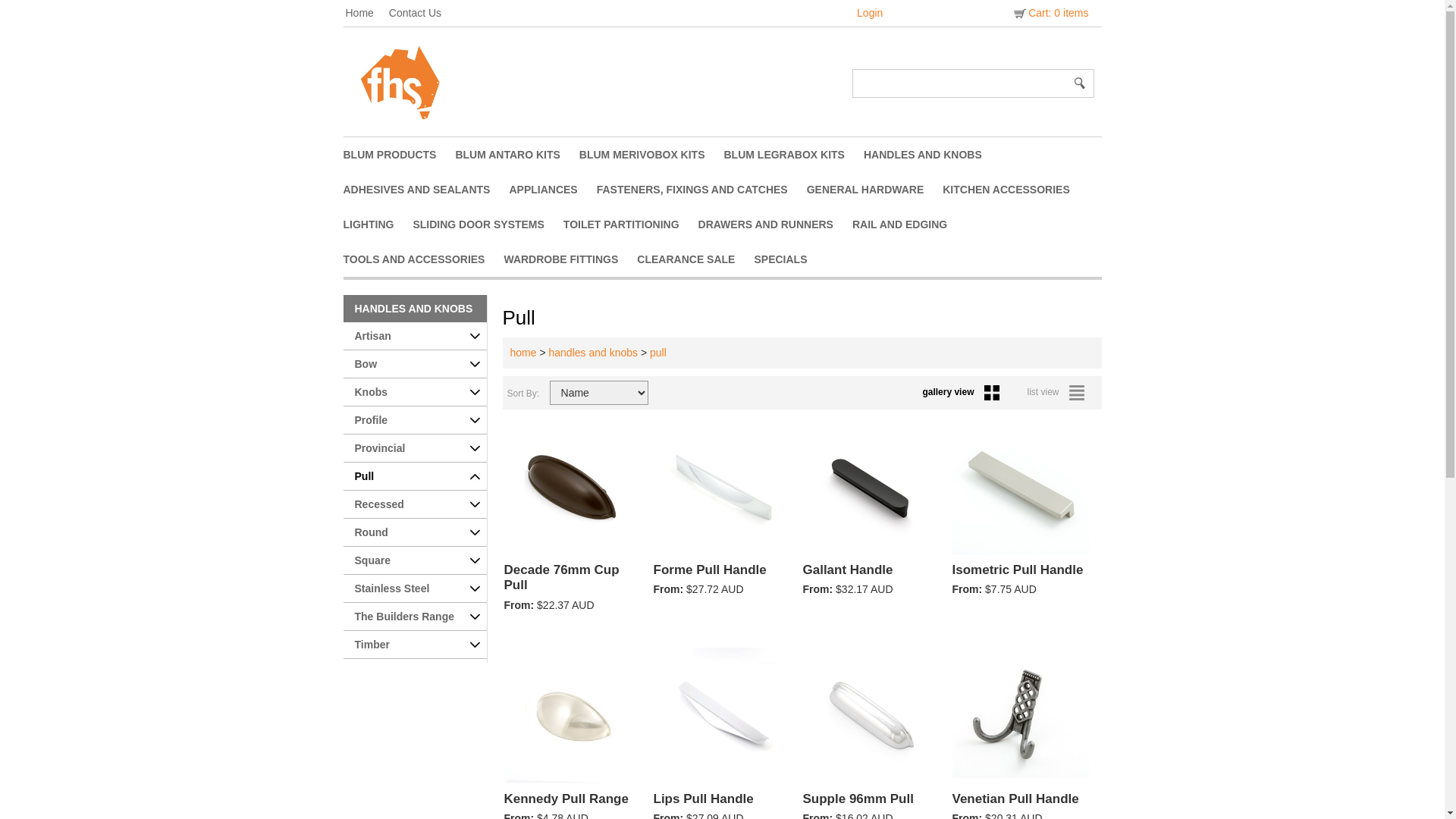 The height and width of the screenshot is (819, 1456). Describe the element at coordinates (425, 189) in the screenshot. I see `'ADHESIVES AND SEALANTS'` at that location.